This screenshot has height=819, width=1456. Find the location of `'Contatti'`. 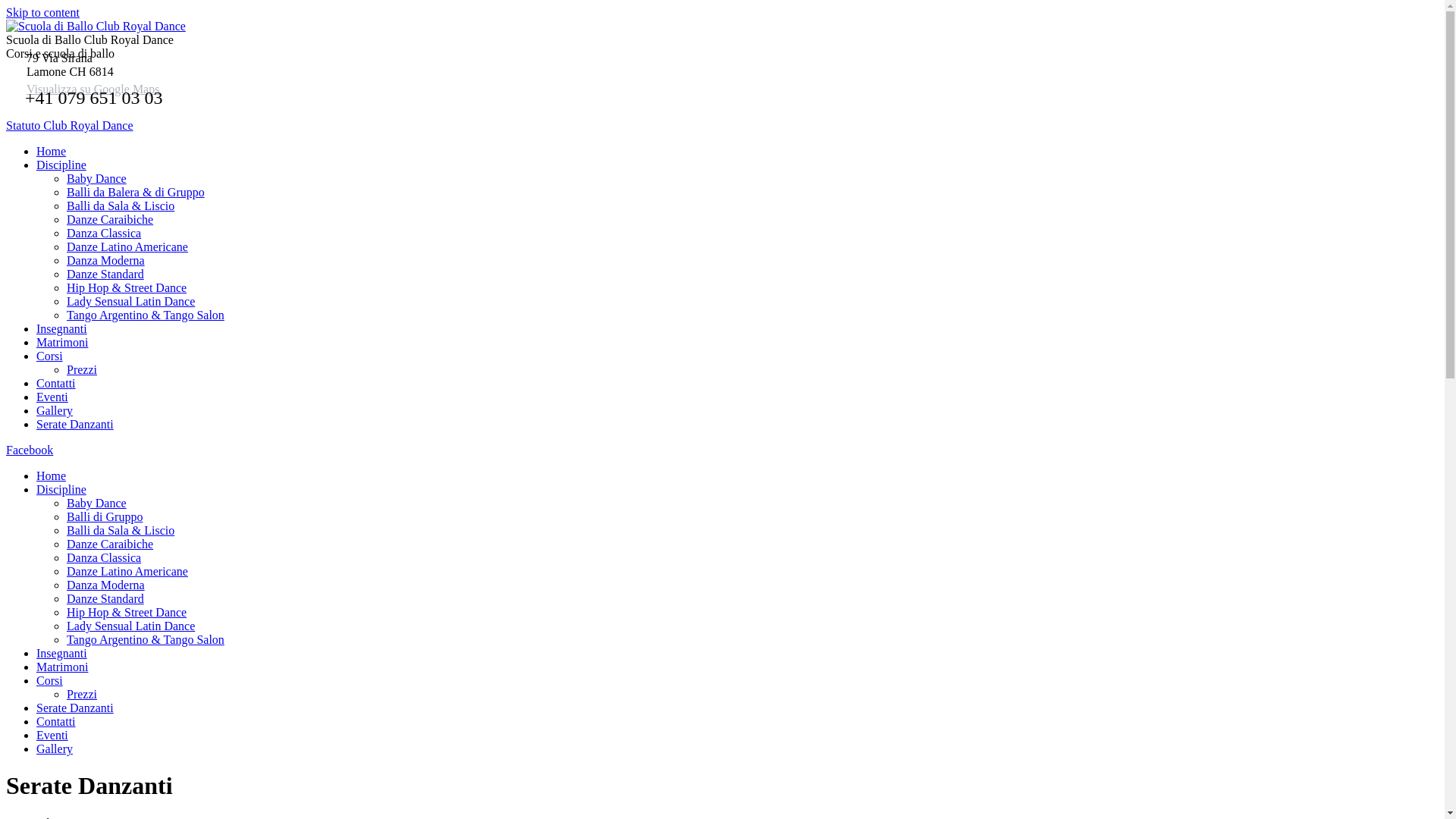

'Contatti' is located at coordinates (55, 720).